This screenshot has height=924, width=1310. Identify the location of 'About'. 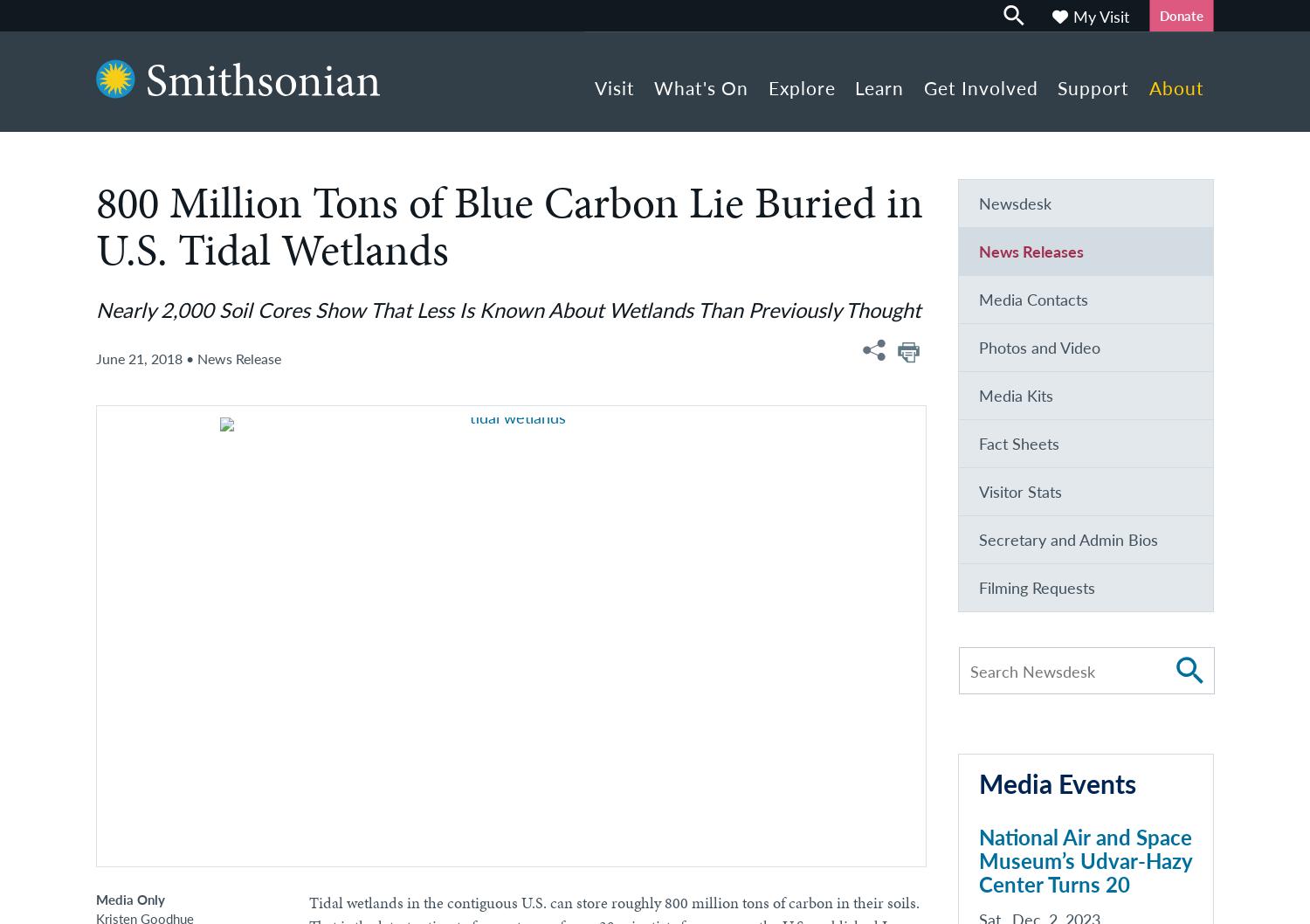
(1175, 87).